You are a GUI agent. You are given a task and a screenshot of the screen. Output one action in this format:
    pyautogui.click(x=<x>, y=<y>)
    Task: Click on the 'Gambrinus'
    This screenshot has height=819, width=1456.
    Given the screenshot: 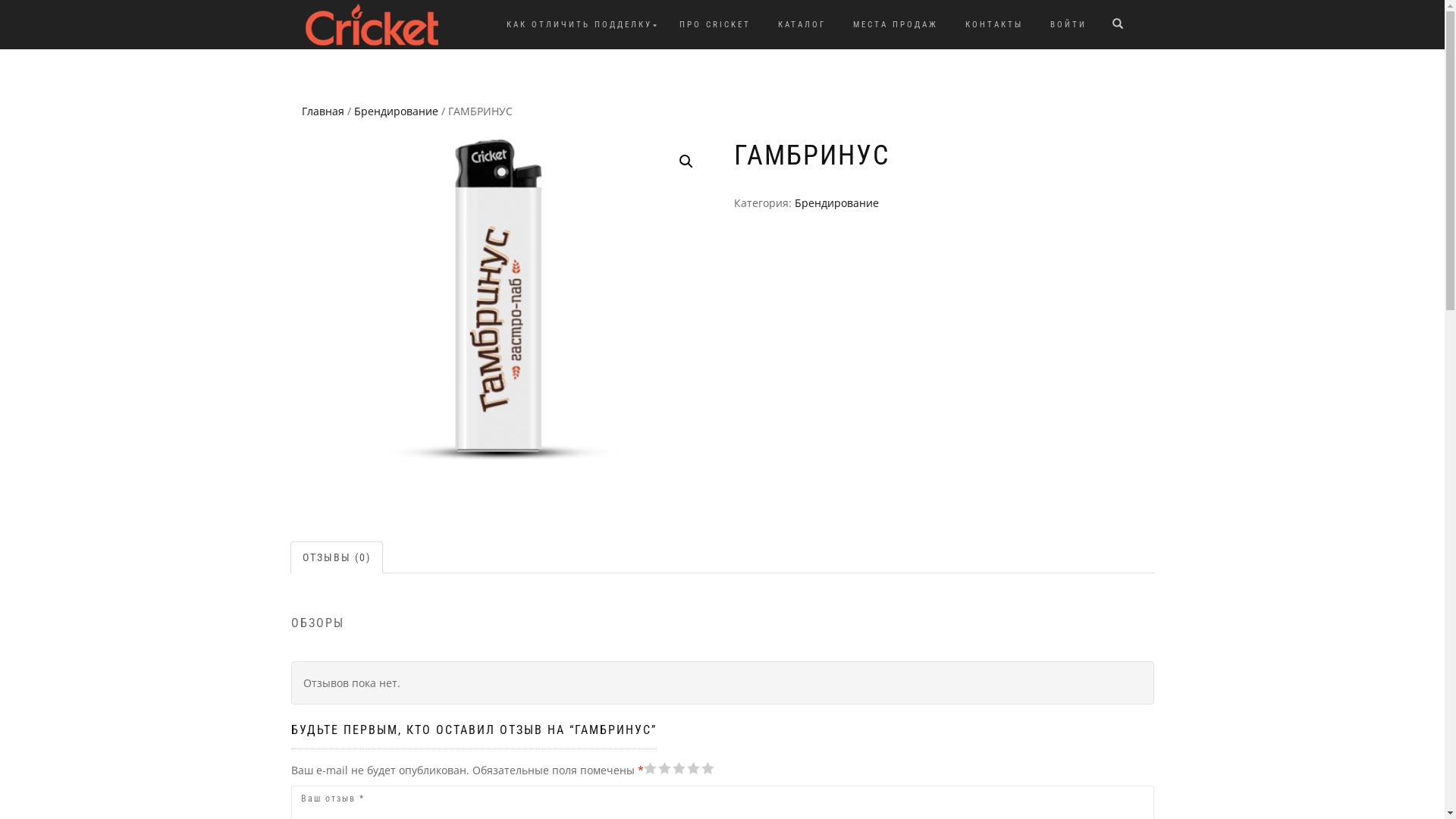 What is the action you would take?
    pyautogui.click(x=500, y=298)
    